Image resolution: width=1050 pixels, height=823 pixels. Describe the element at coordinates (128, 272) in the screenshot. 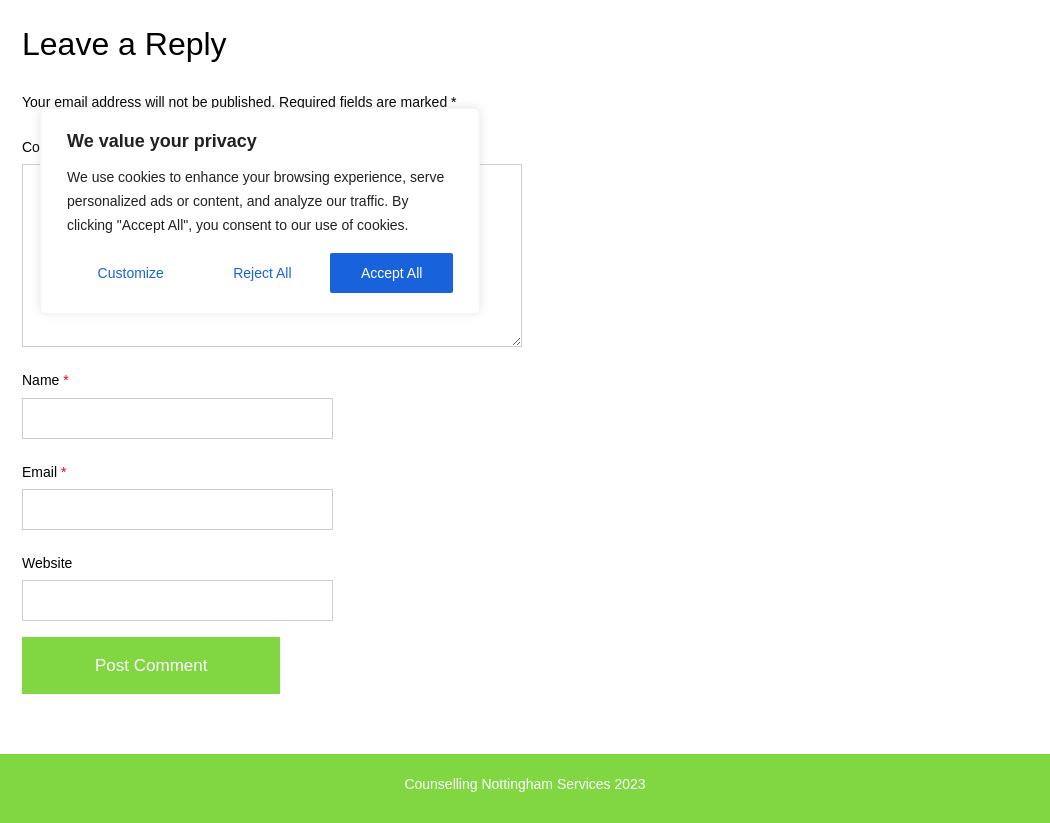

I see `'Customize'` at that location.